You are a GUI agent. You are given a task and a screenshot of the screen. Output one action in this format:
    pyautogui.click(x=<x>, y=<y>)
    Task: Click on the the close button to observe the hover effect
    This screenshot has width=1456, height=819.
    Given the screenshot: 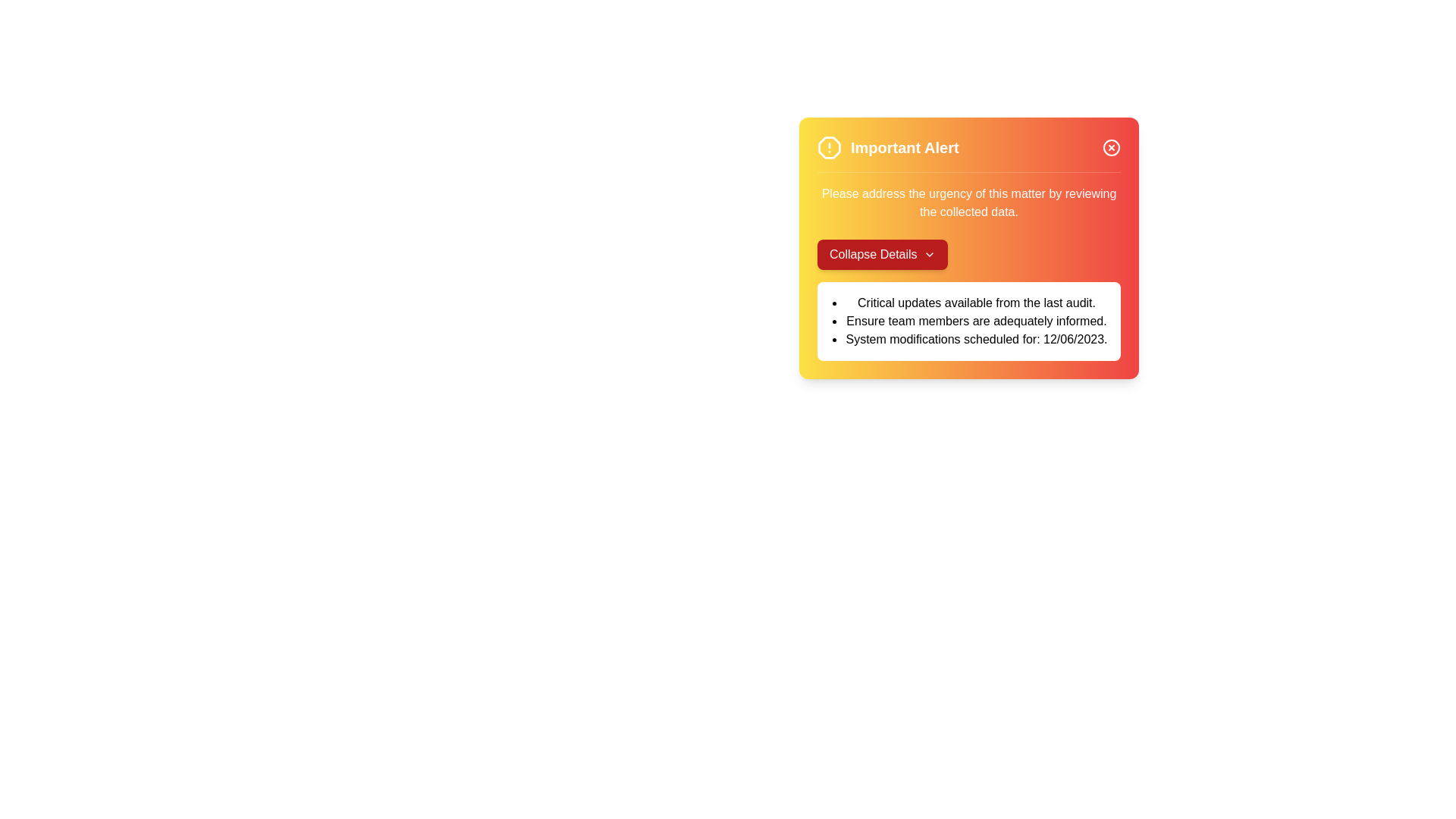 What is the action you would take?
    pyautogui.click(x=1111, y=148)
    